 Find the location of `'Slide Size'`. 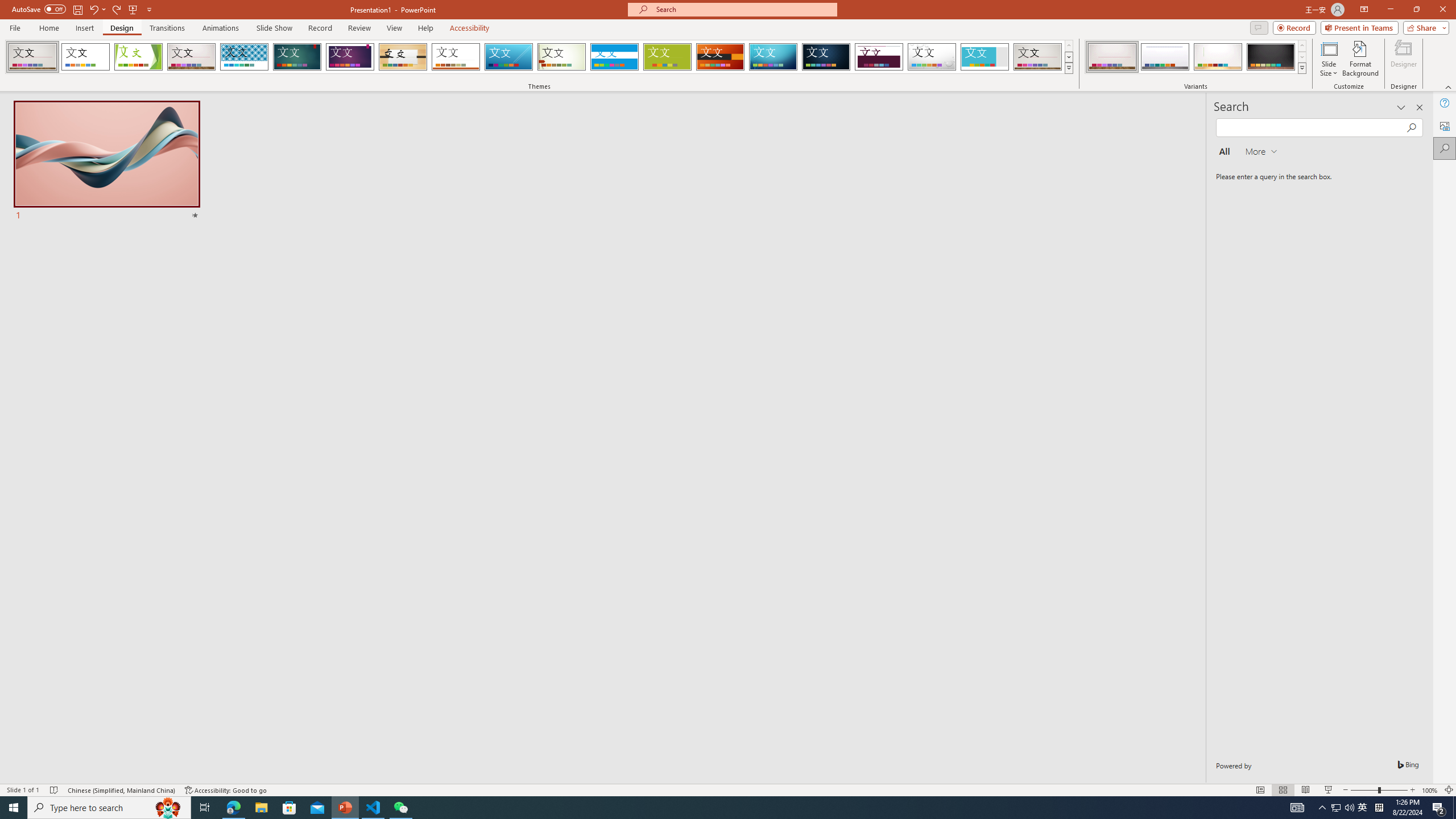

'Slide Size' is located at coordinates (1329, 59).